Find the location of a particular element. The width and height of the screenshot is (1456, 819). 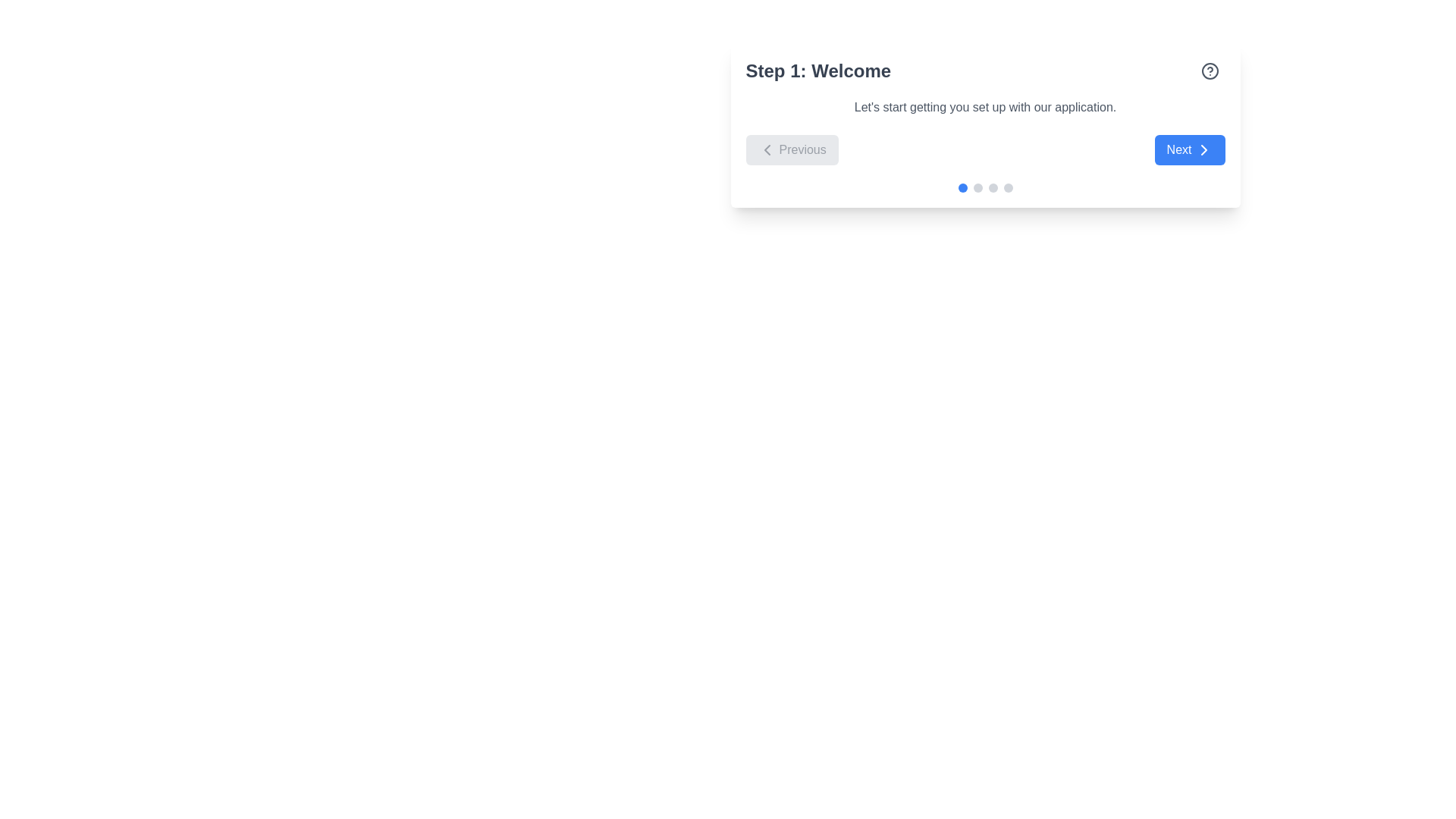

the blue 'Next' button with white text and a right-pointing chevron icon is located at coordinates (1189, 149).